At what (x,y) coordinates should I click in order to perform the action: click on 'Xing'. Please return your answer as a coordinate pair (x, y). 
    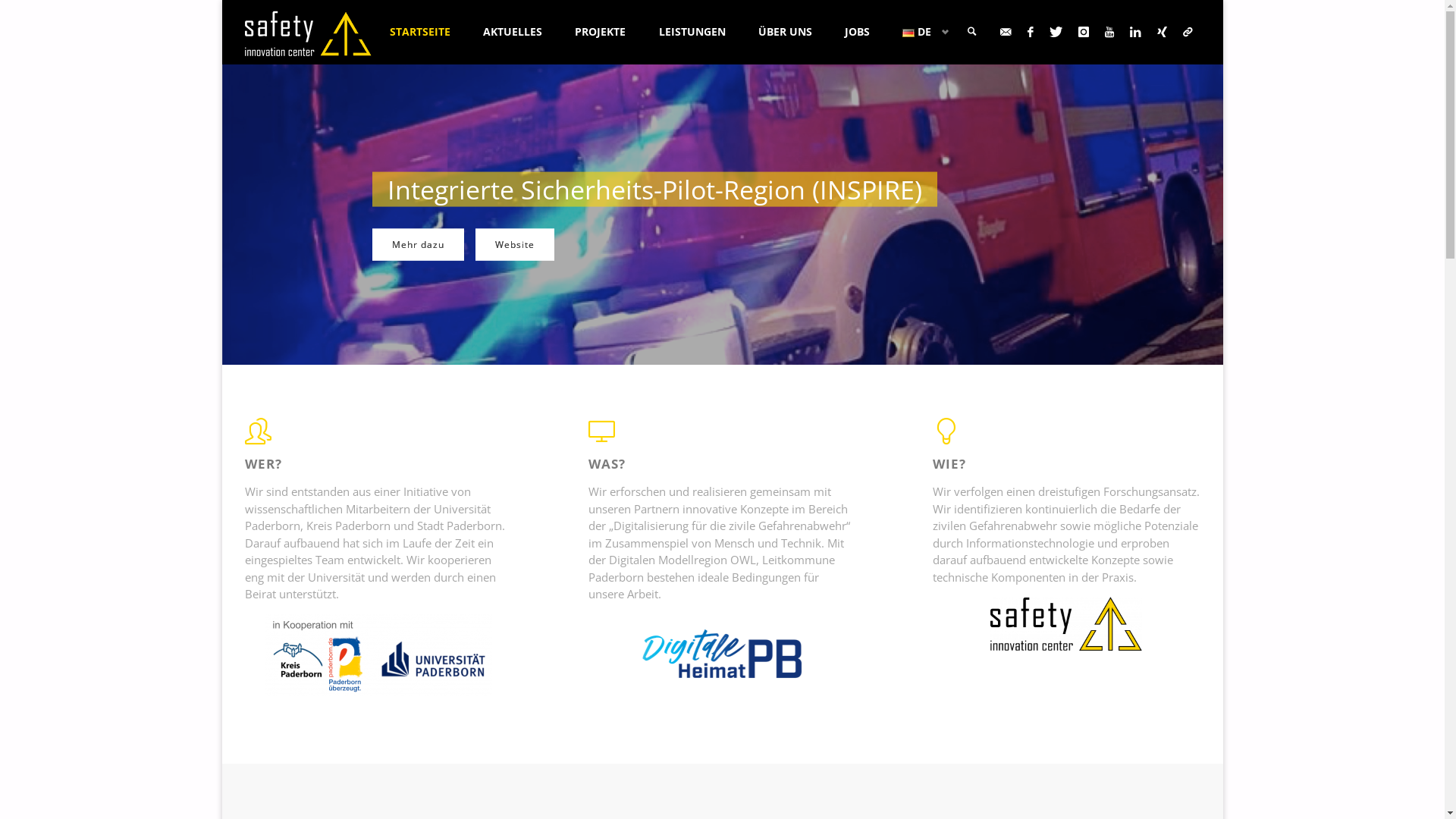
    Looking at the image, I should click on (1161, 32).